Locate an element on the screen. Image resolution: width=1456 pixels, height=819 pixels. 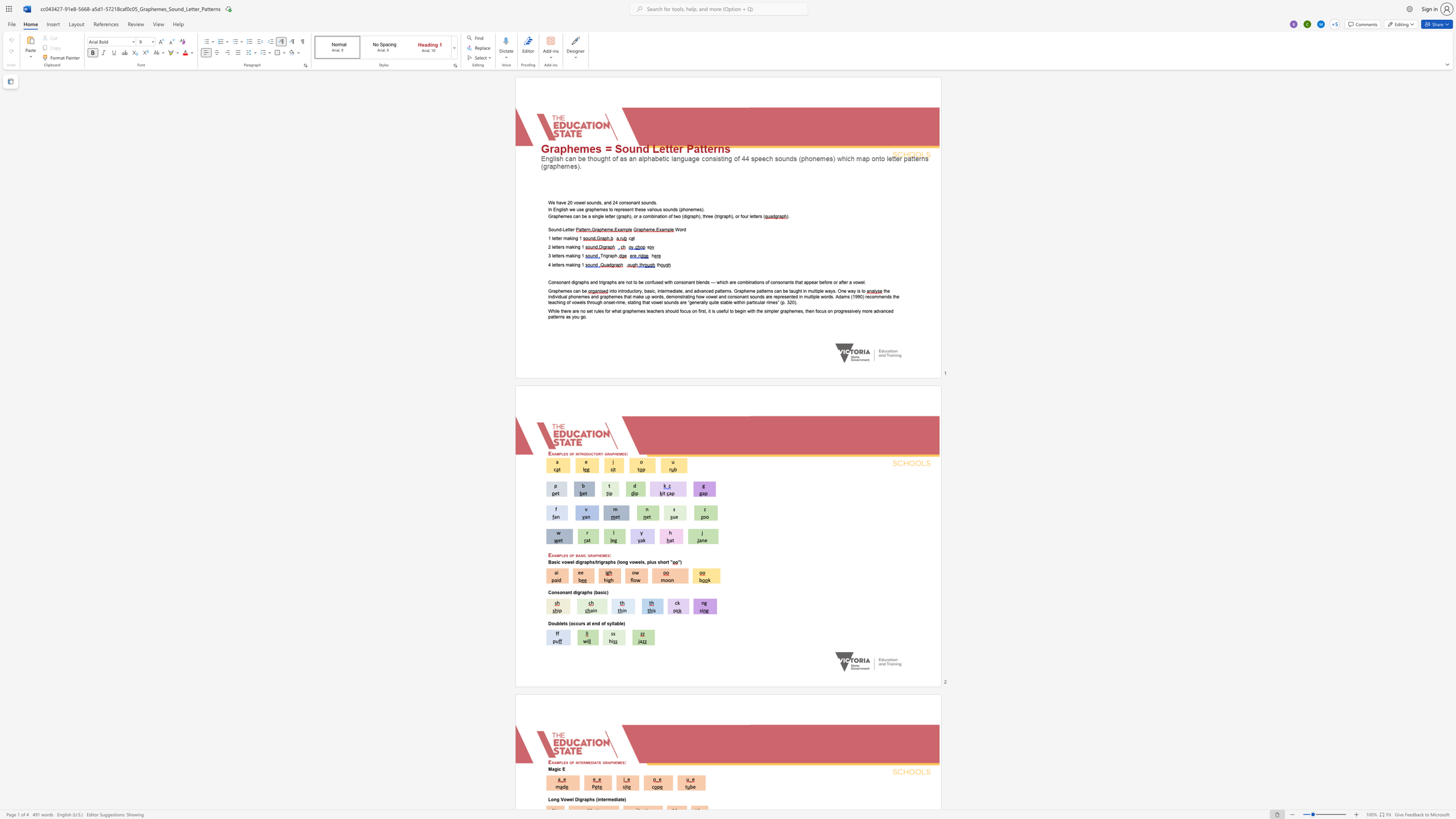
the 1th character "p" in the text is located at coordinates (560, 762).